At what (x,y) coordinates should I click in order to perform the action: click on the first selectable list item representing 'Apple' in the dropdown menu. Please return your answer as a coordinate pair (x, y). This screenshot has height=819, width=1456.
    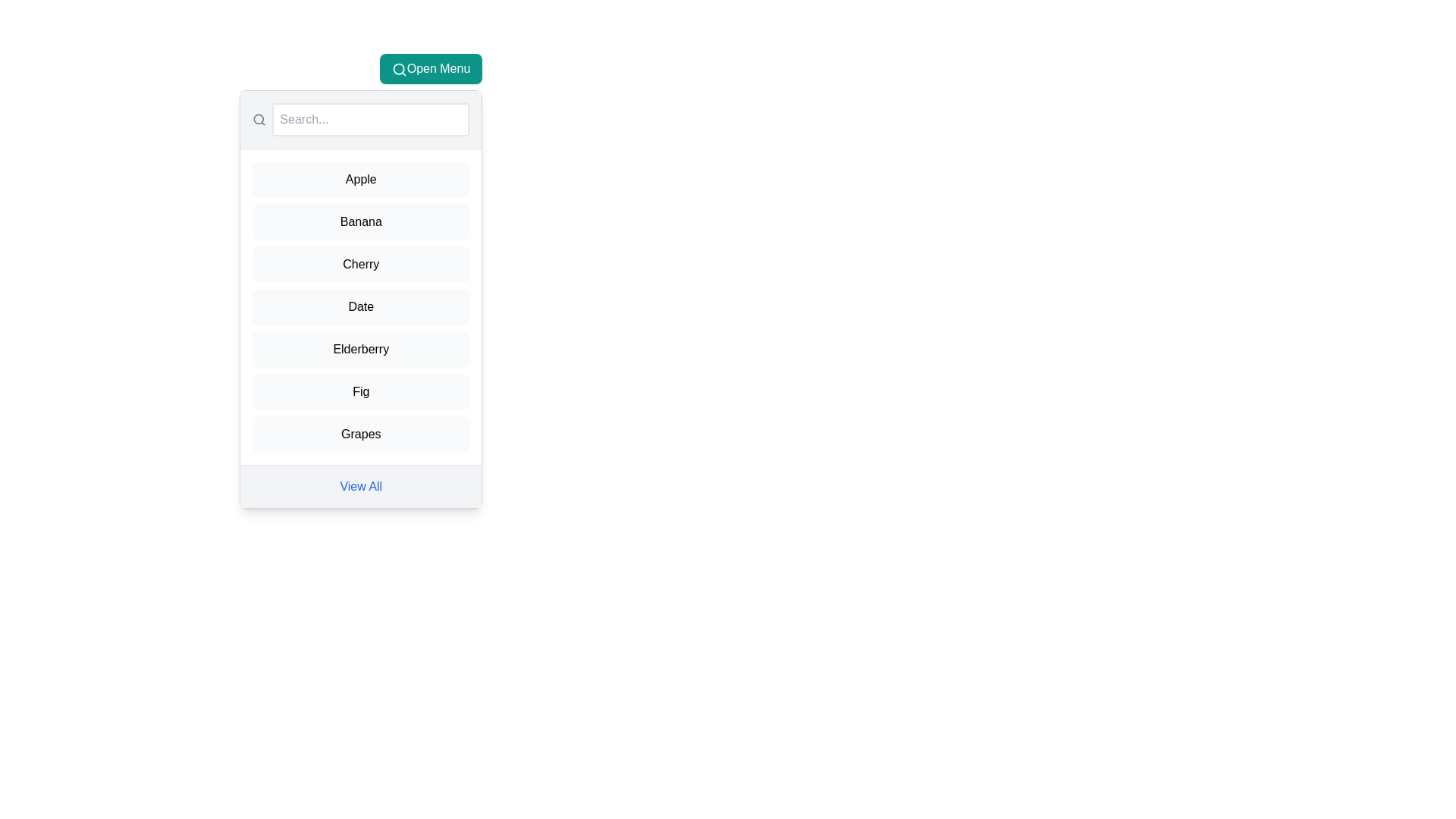
    Looking at the image, I should click on (360, 178).